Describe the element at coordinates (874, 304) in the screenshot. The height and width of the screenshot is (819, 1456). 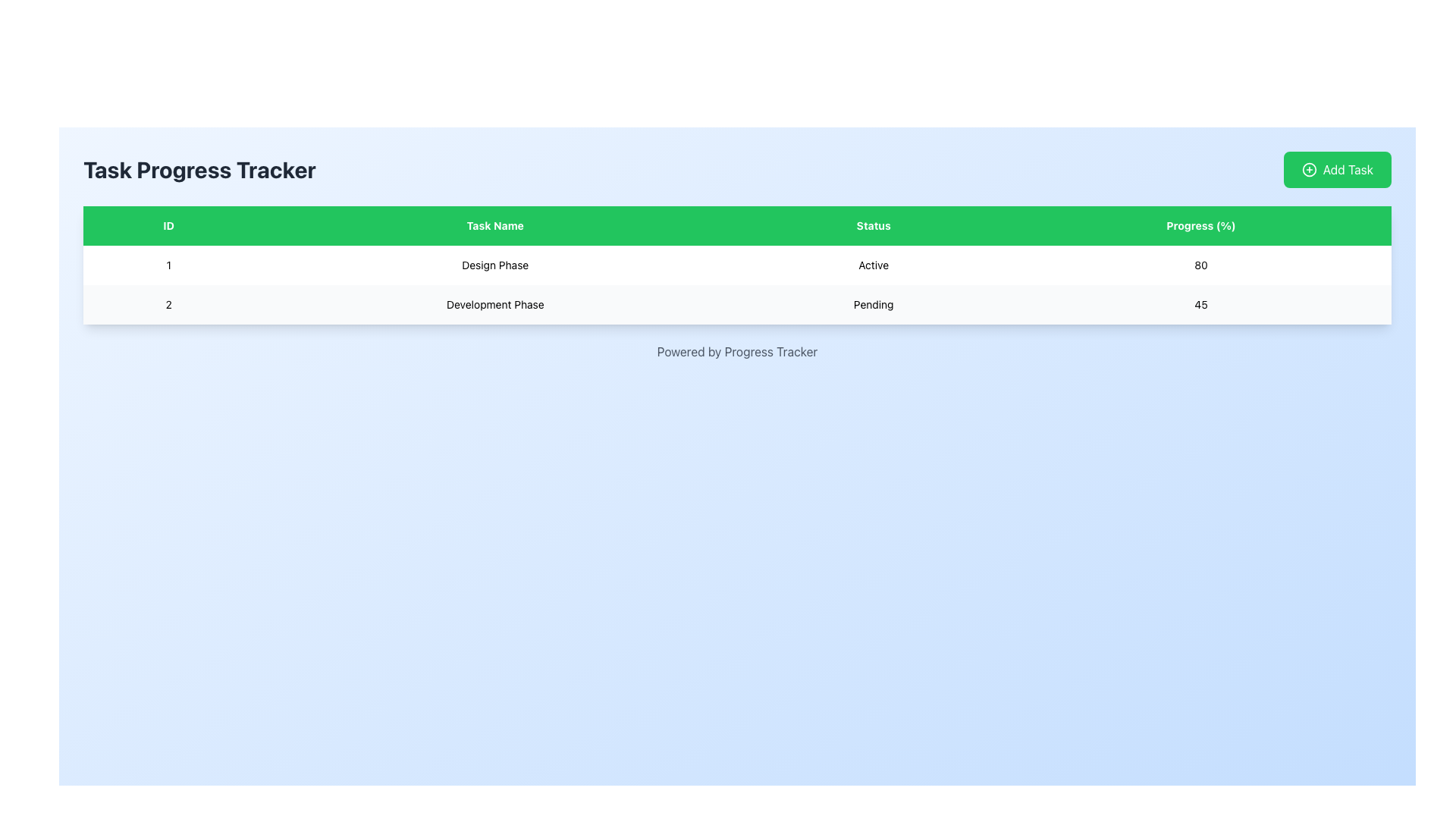
I see `the static text element indicating the status of a task, which displays 'Pending', located in the third column labeled 'Status' and second row of the table` at that location.